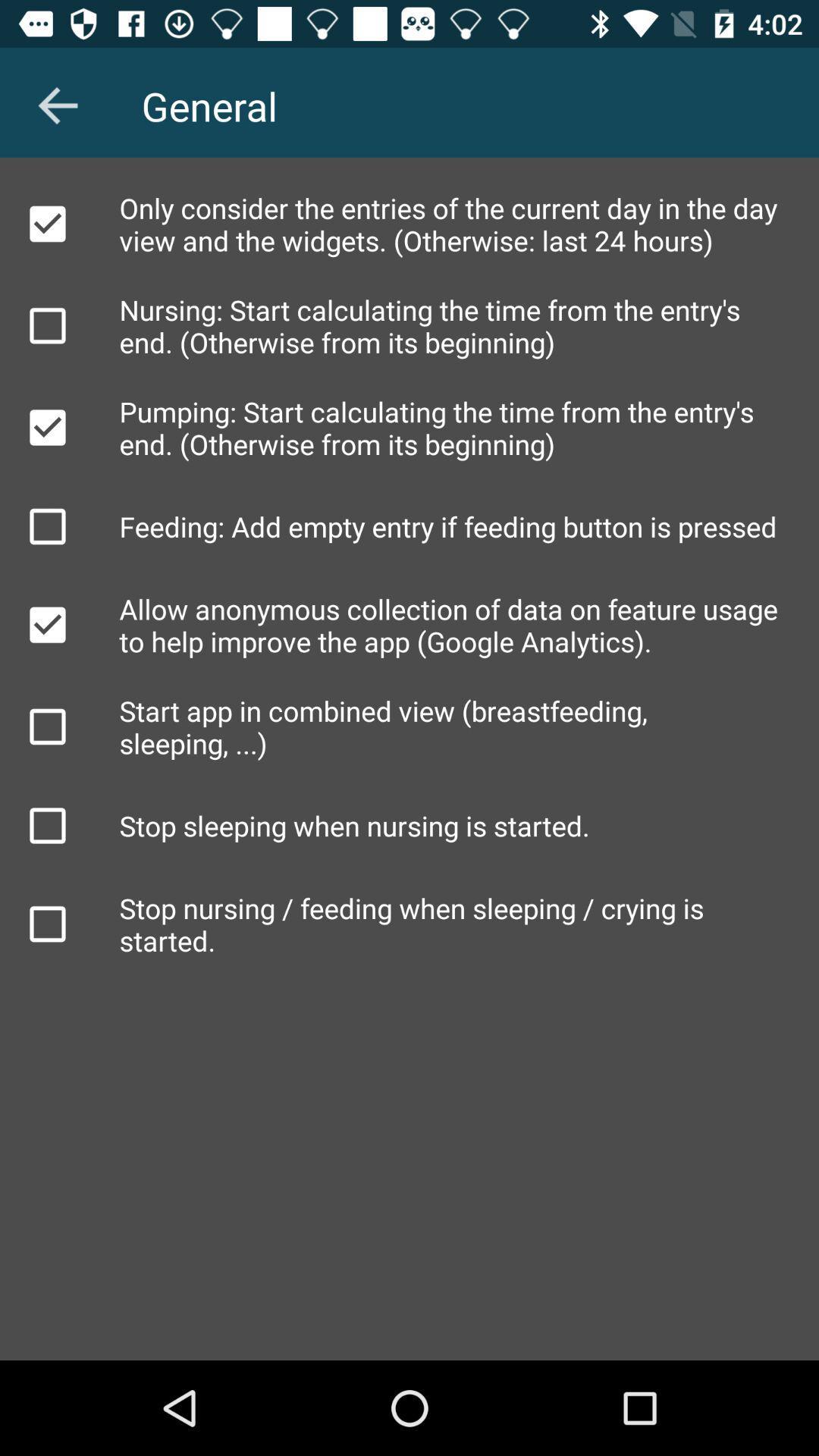 This screenshot has height=1456, width=819. I want to click on item, so click(46, 726).